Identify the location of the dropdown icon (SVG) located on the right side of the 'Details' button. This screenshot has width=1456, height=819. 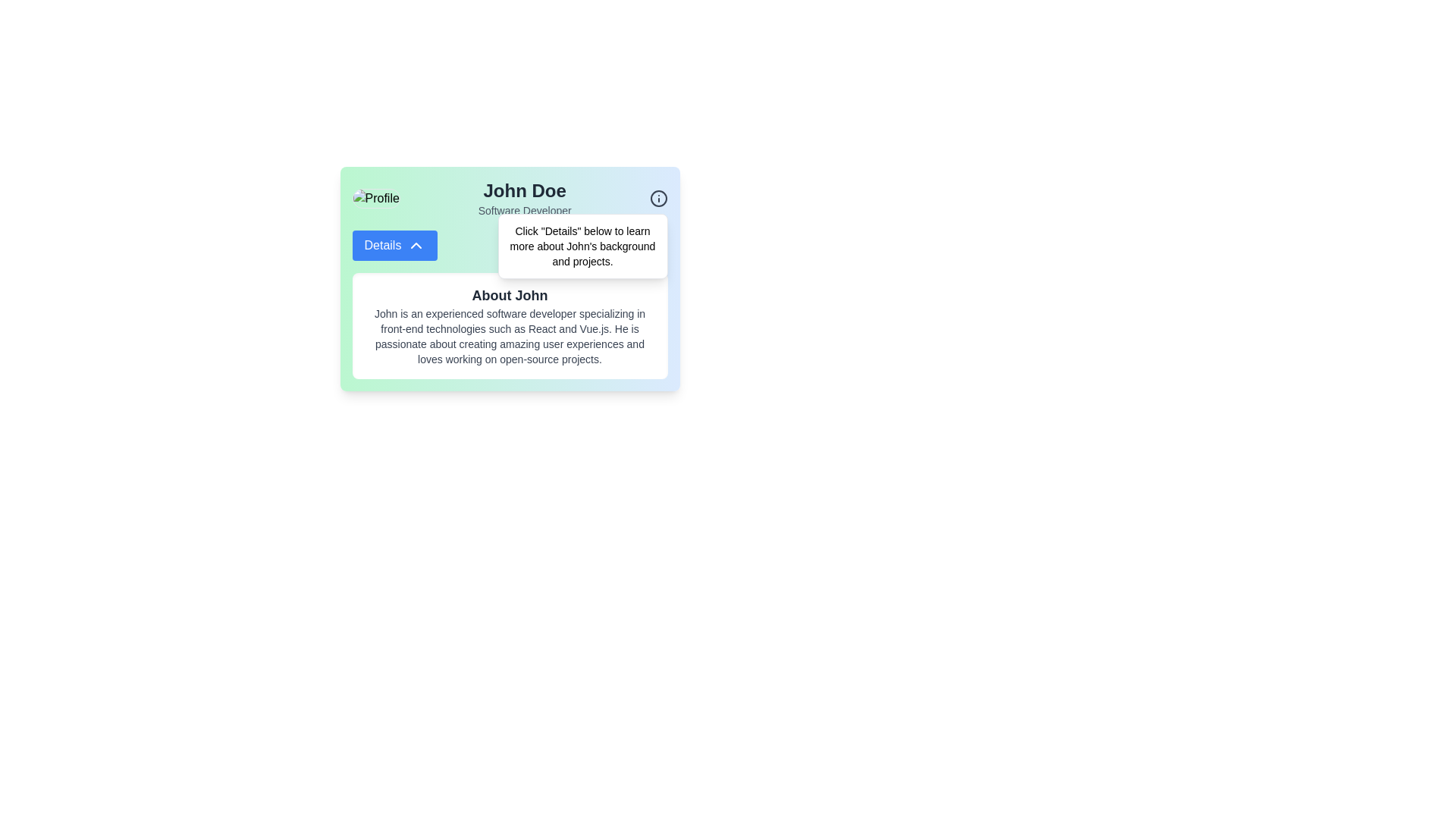
(416, 245).